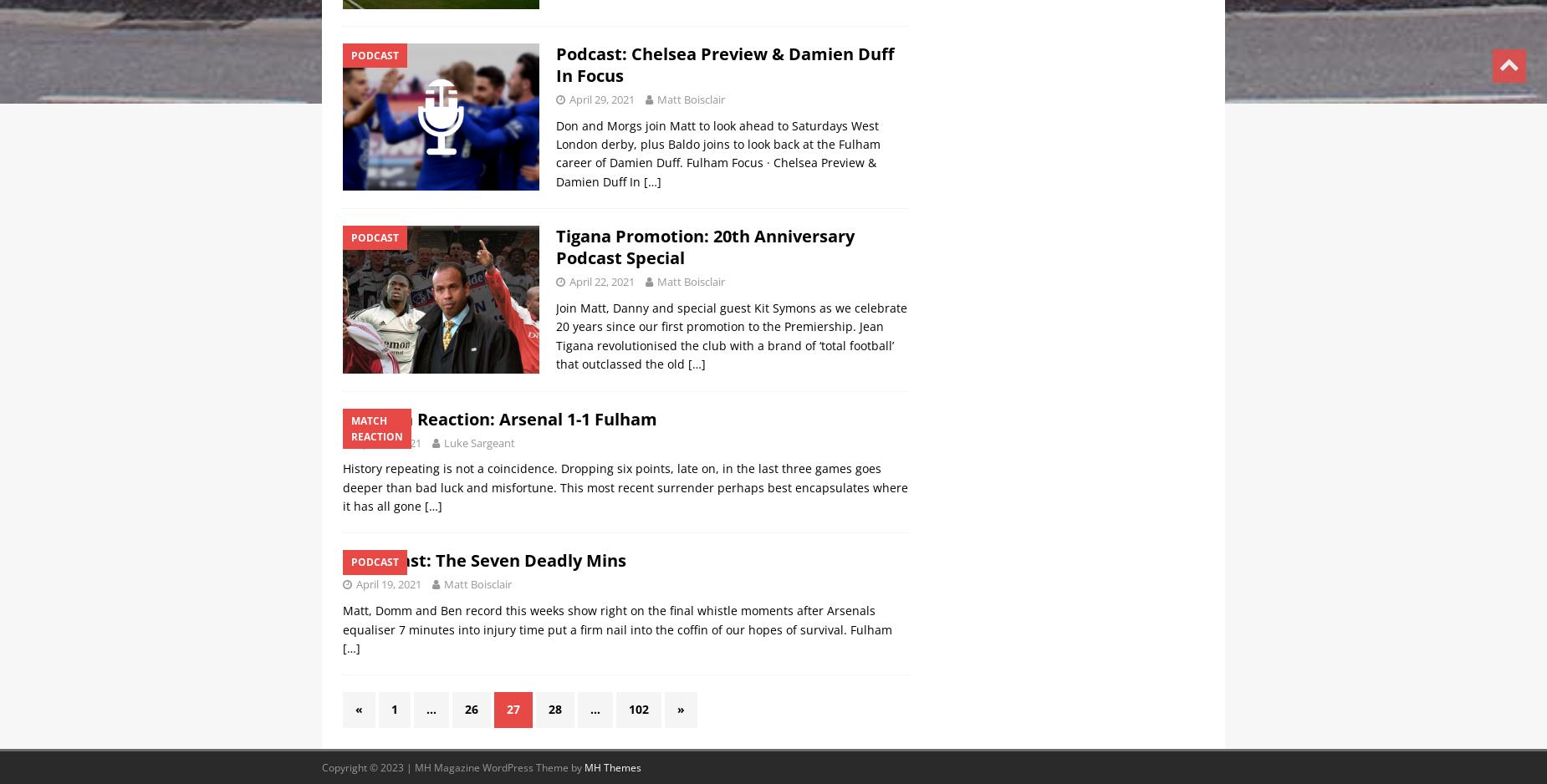 The width and height of the screenshot is (1547, 784). I want to click on 'April 29, 2021', so click(569, 98).